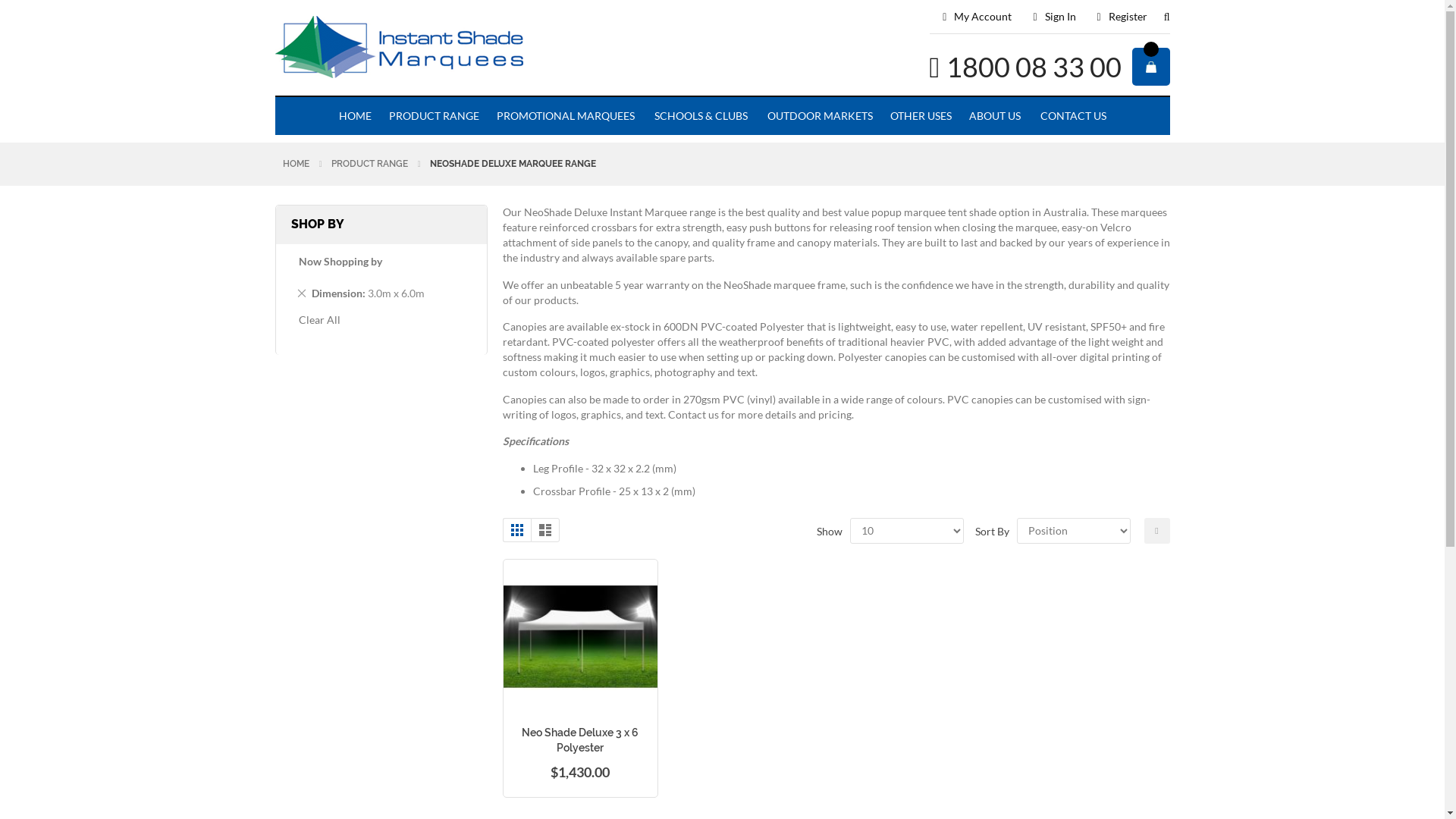 The image size is (1456, 819). Describe the element at coordinates (369, 164) in the screenshot. I see `'PRODUCT RANGE'` at that location.